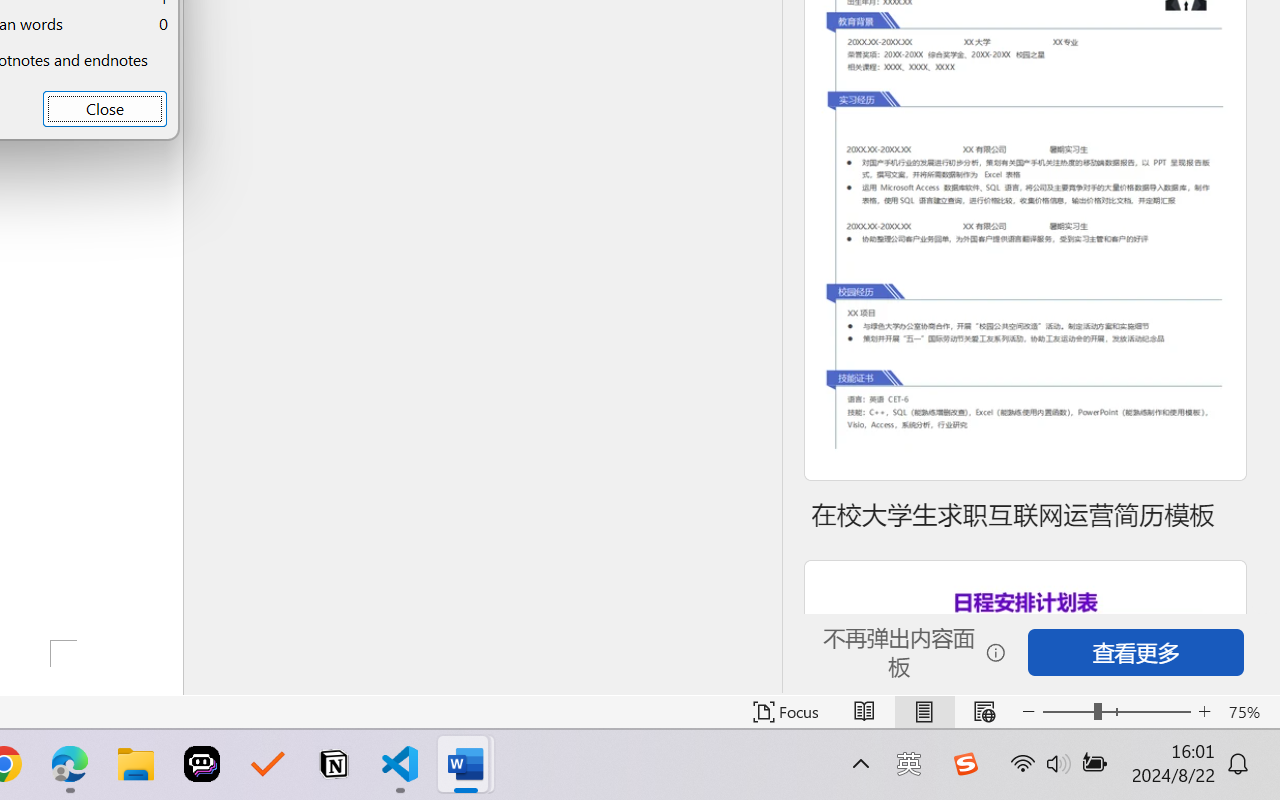 The image size is (1280, 800). I want to click on 'Focus ', so click(785, 711).